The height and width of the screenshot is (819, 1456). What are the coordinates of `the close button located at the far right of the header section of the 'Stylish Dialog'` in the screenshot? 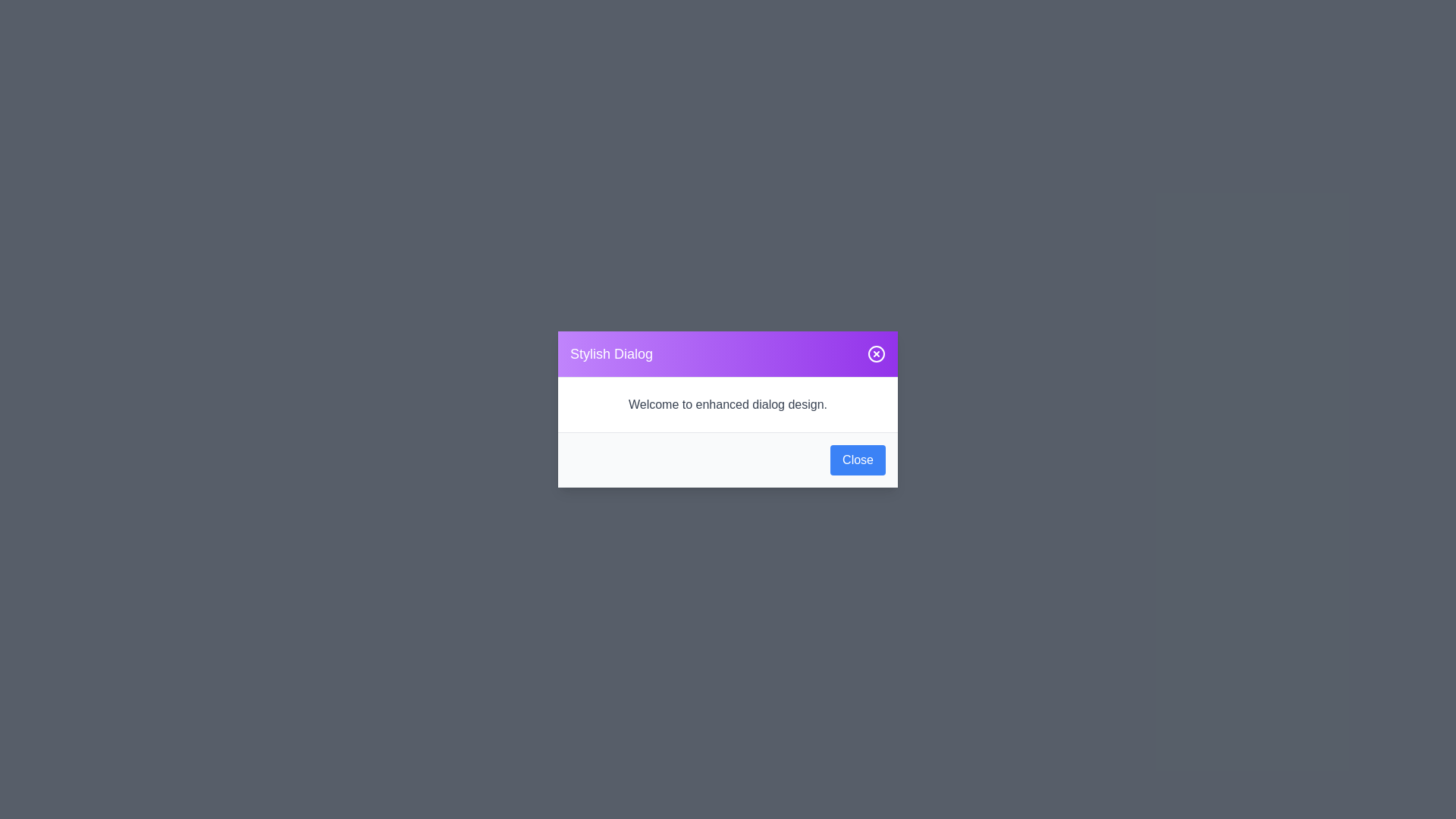 It's located at (877, 353).